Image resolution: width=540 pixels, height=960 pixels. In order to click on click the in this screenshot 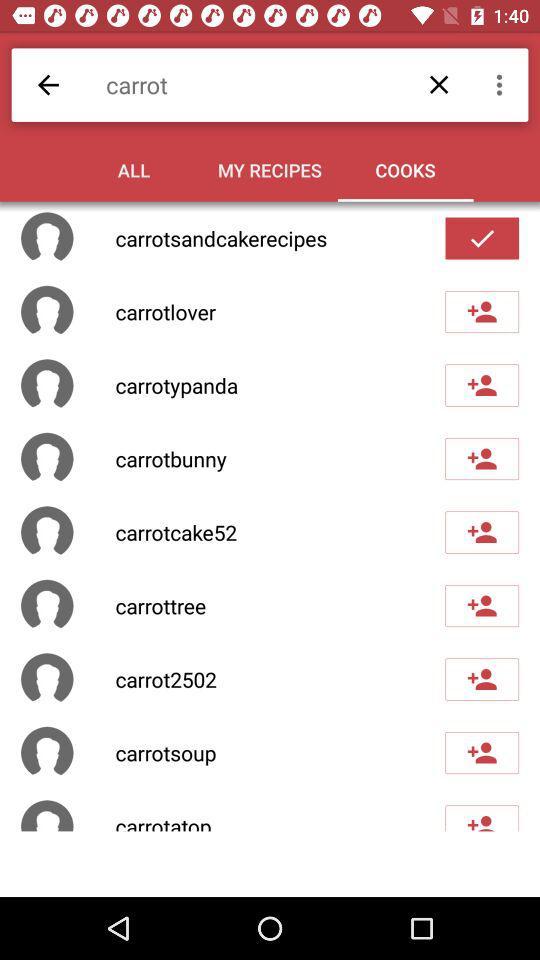, I will do `click(481, 238)`.